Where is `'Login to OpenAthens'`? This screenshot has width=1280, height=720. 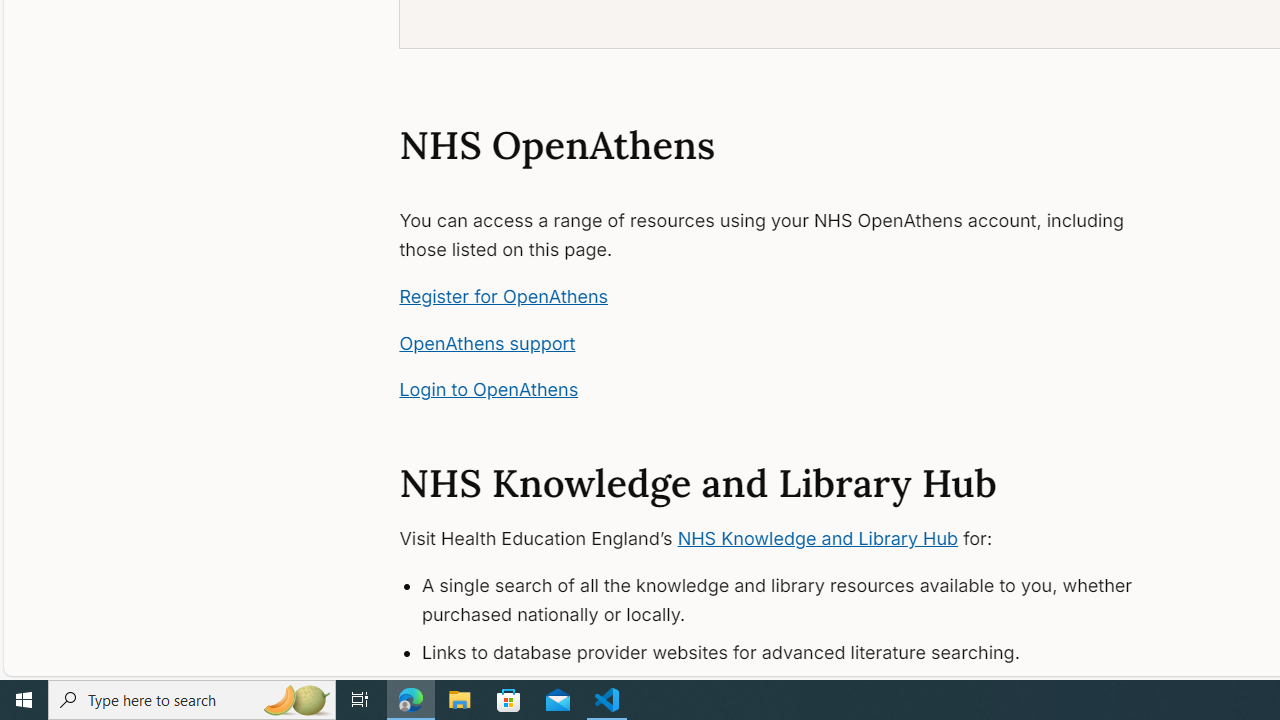 'Login to OpenAthens' is located at coordinates (488, 389).